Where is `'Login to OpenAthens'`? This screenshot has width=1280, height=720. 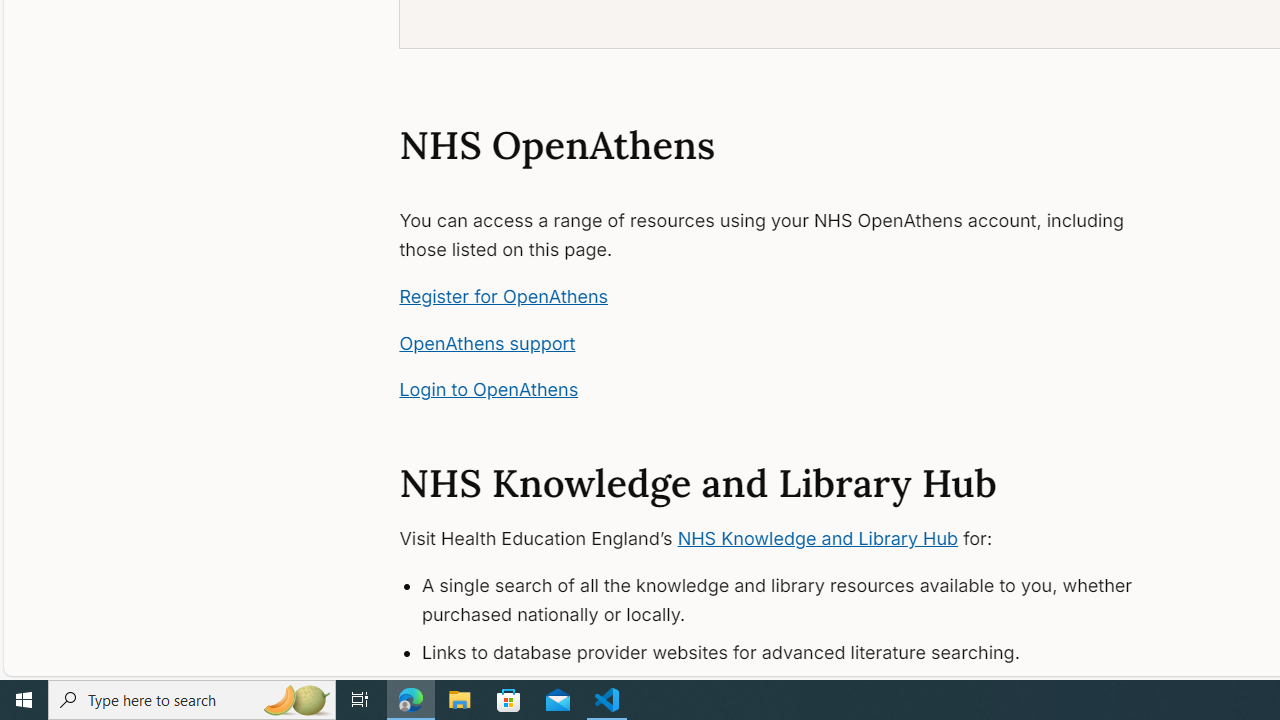 'Login to OpenAthens' is located at coordinates (488, 389).